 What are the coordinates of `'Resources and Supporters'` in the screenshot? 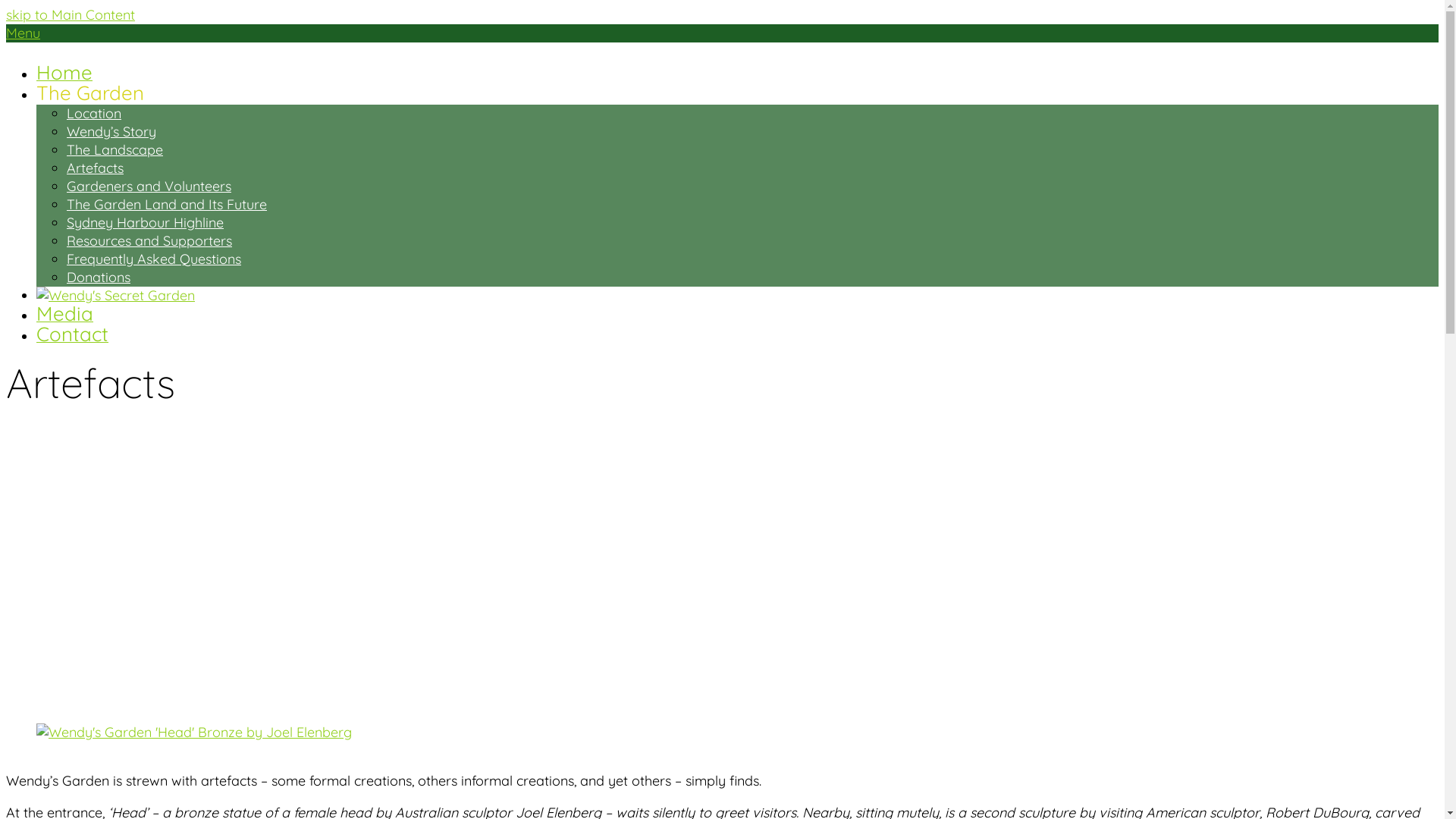 It's located at (149, 240).